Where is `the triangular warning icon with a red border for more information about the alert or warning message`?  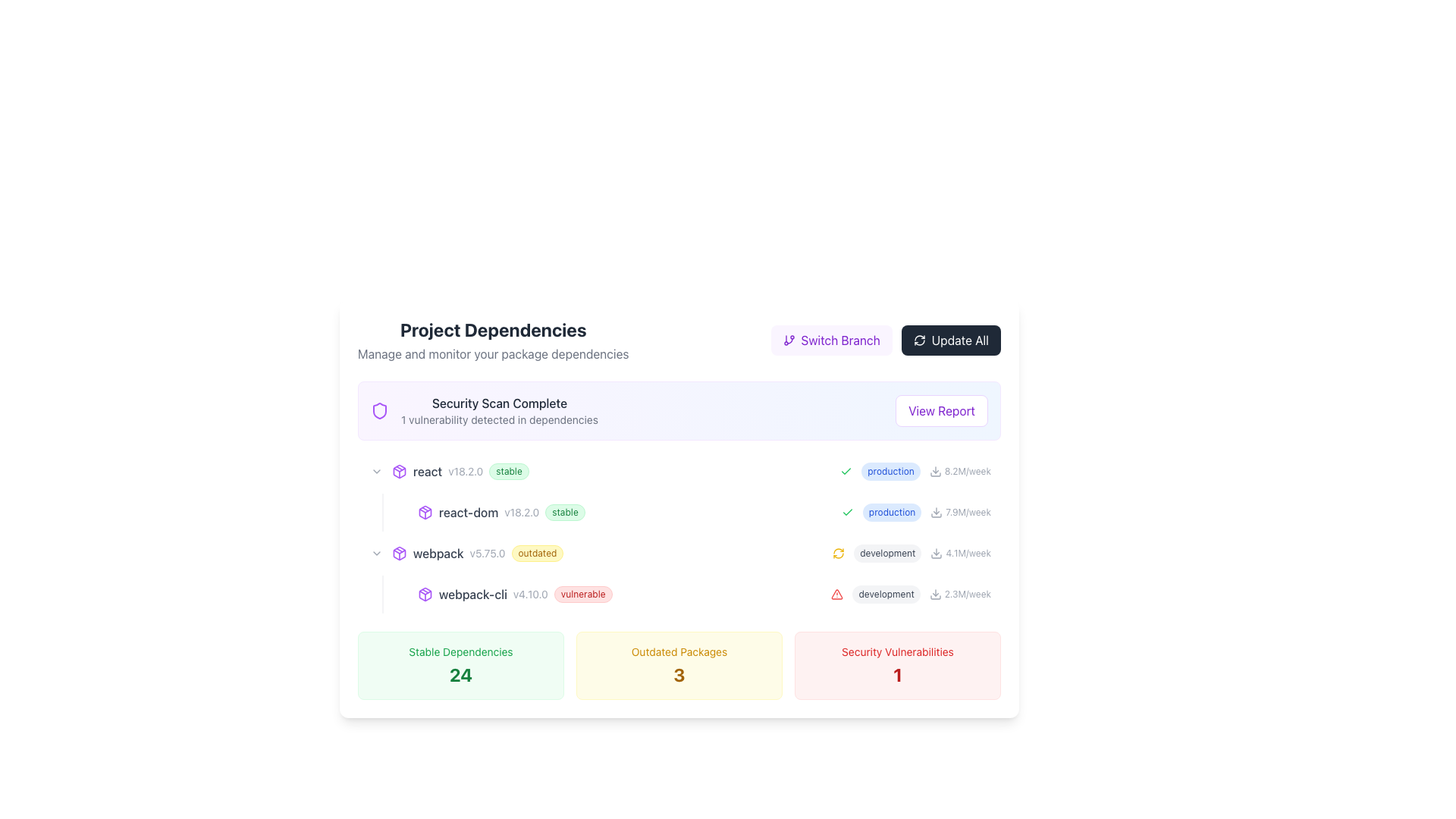
the triangular warning icon with a red border for more information about the alert or warning message is located at coordinates (836, 593).